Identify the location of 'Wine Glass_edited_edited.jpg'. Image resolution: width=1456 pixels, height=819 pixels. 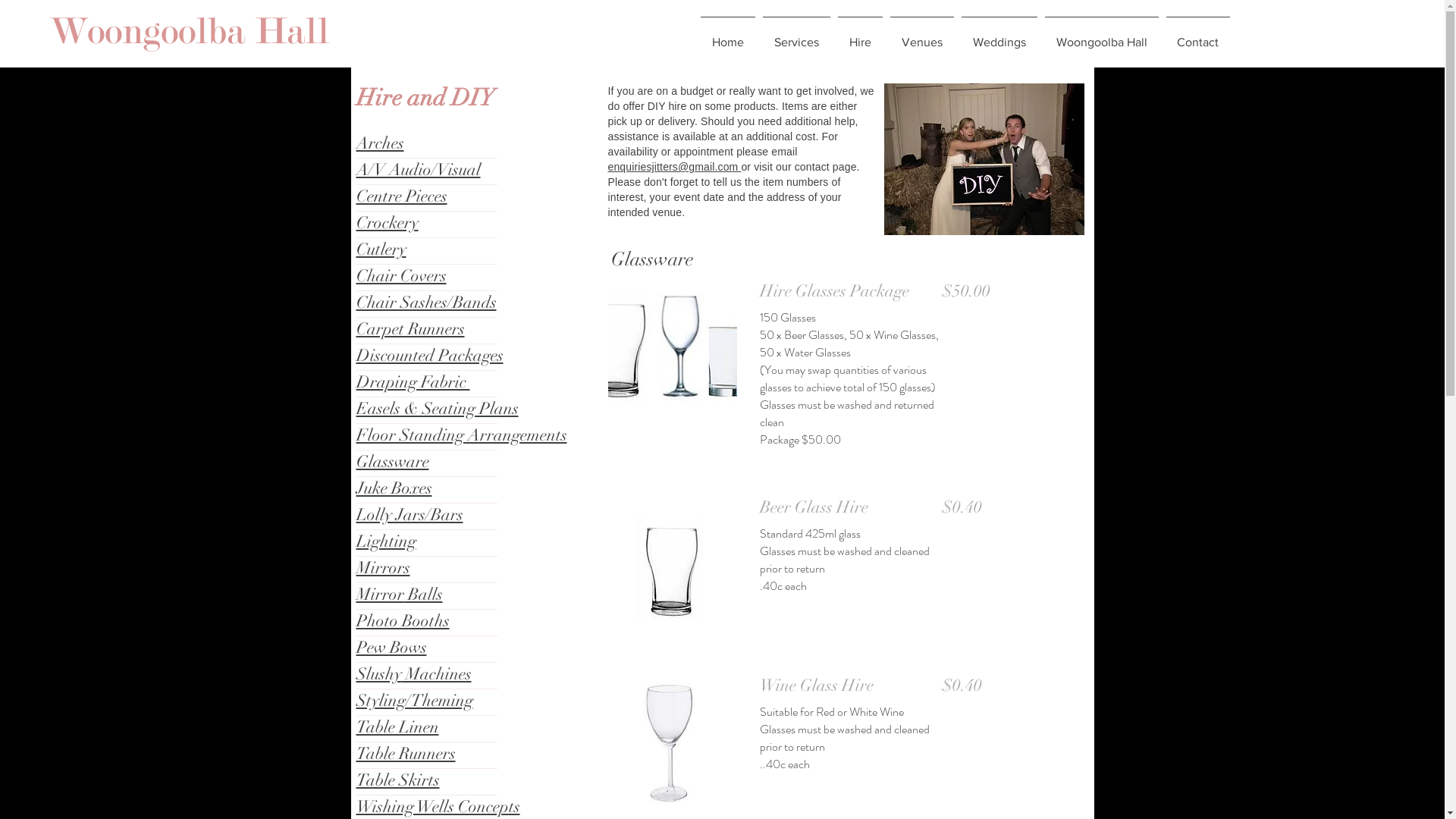
(672, 739).